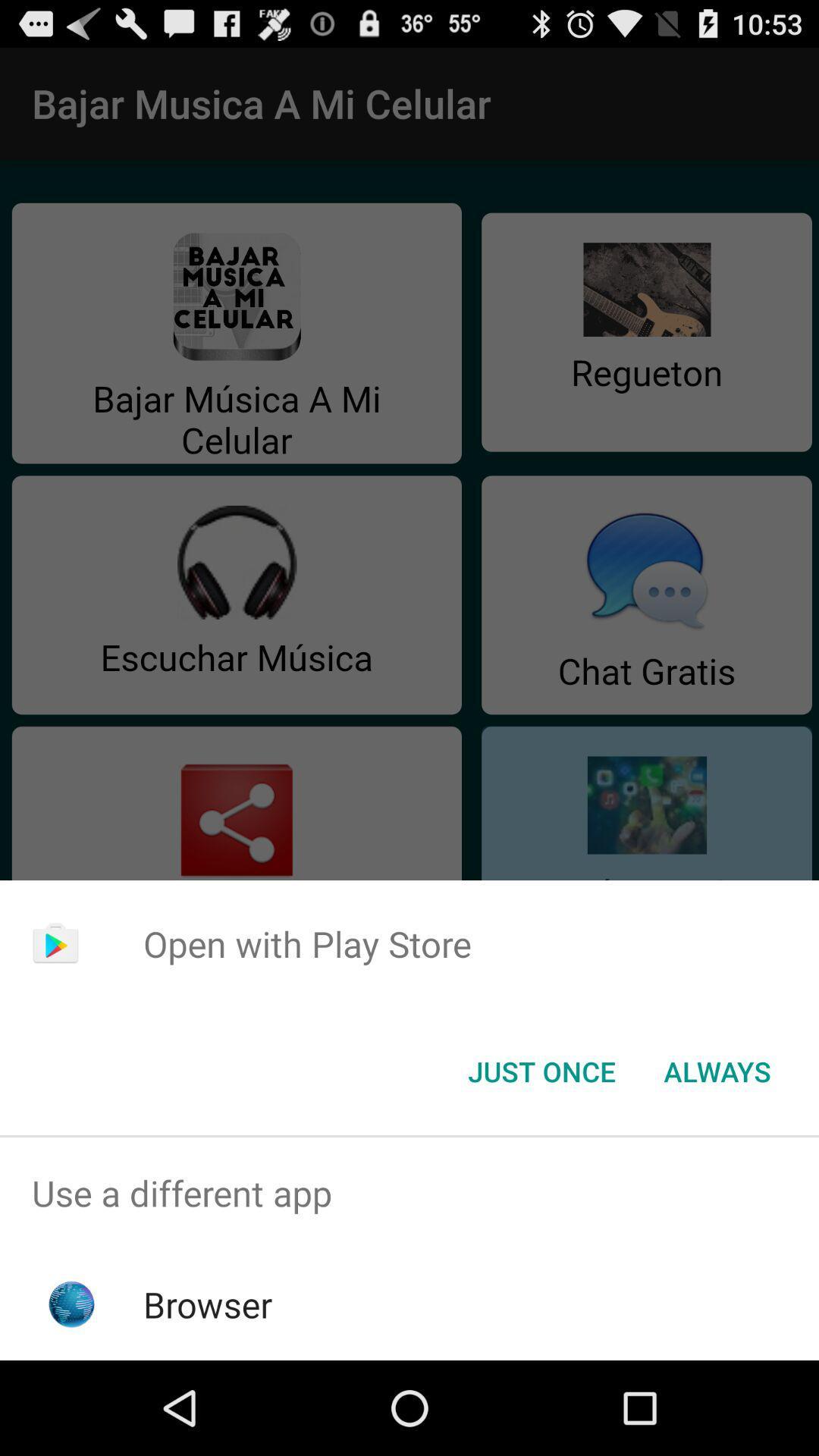  What do you see at coordinates (541, 1070) in the screenshot?
I see `just once item` at bounding box center [541, 1070].